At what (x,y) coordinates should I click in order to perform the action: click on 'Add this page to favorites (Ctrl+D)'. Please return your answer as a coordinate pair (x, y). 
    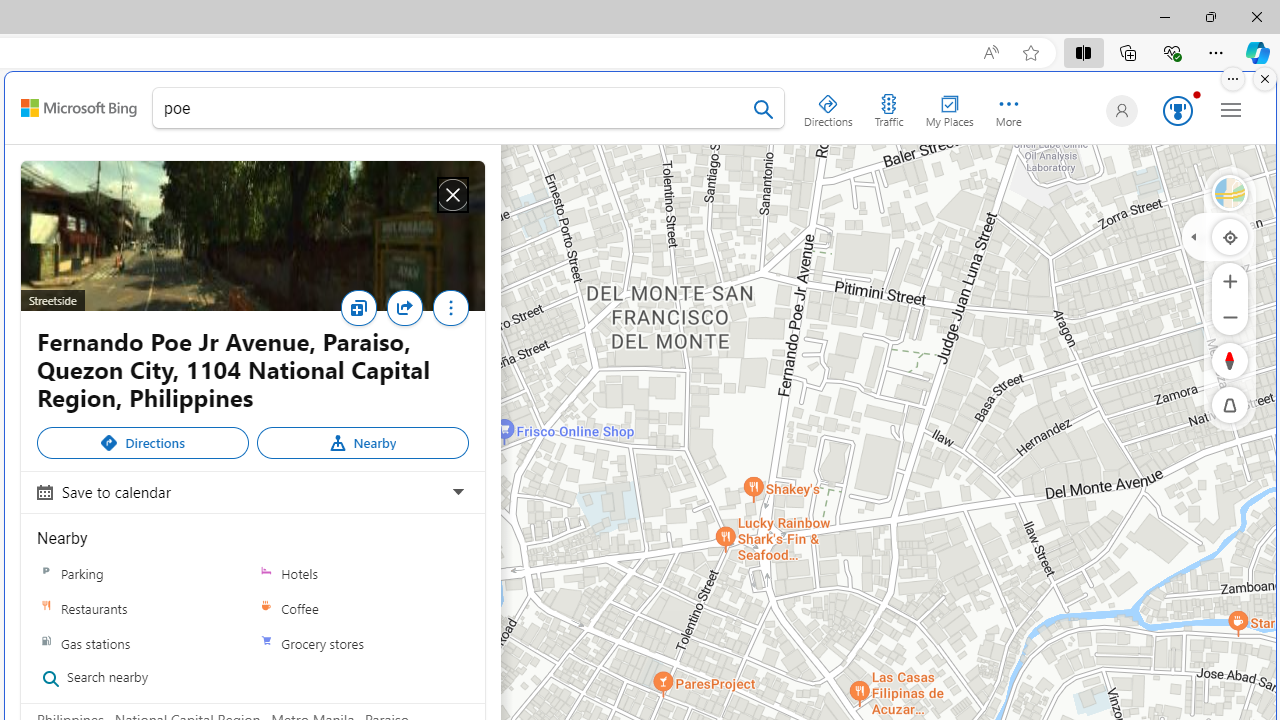
    Looking at the image, I should click on (1031, 52).